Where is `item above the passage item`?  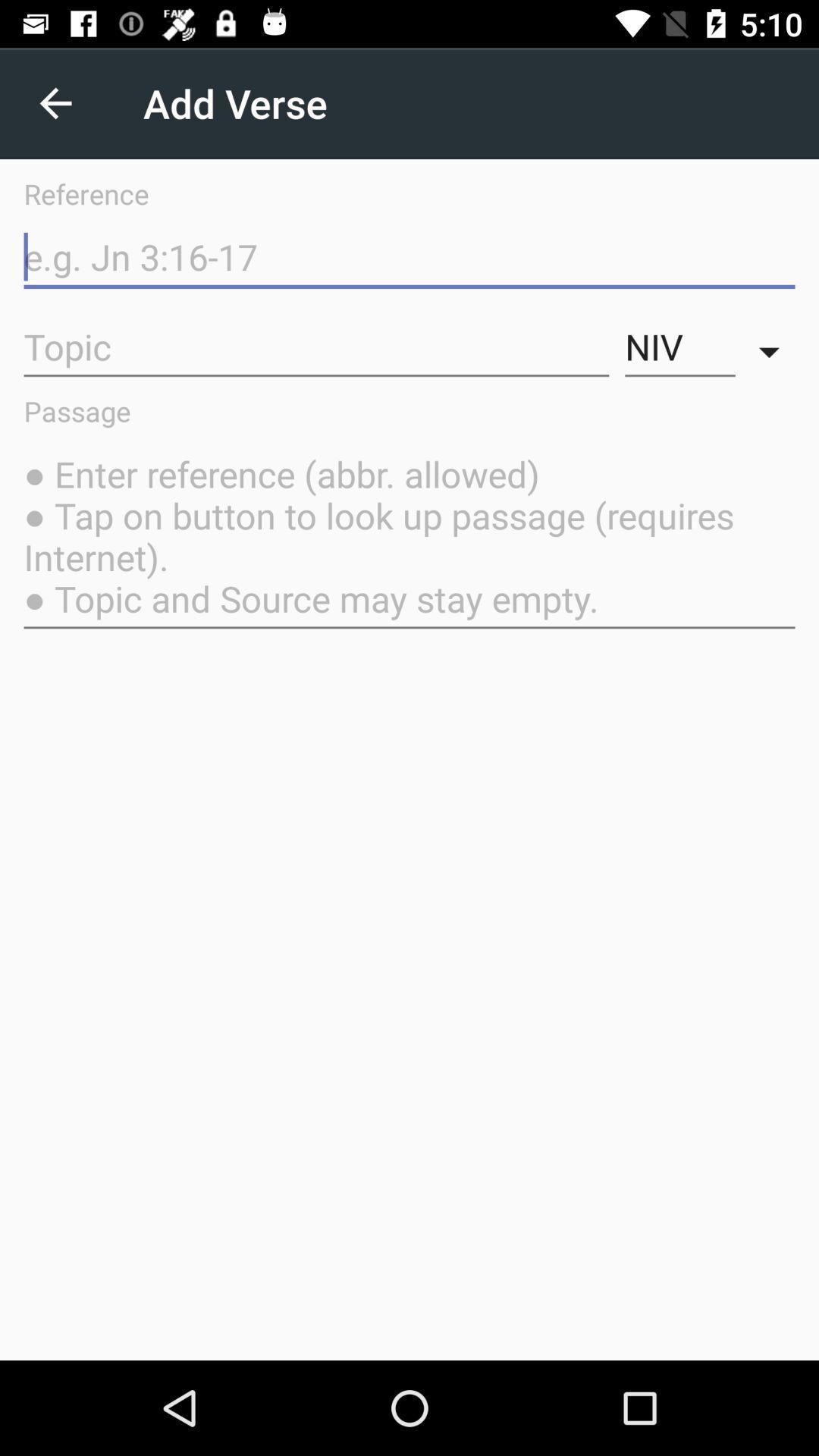 item above the passage item is located at coordinates (773, 347).